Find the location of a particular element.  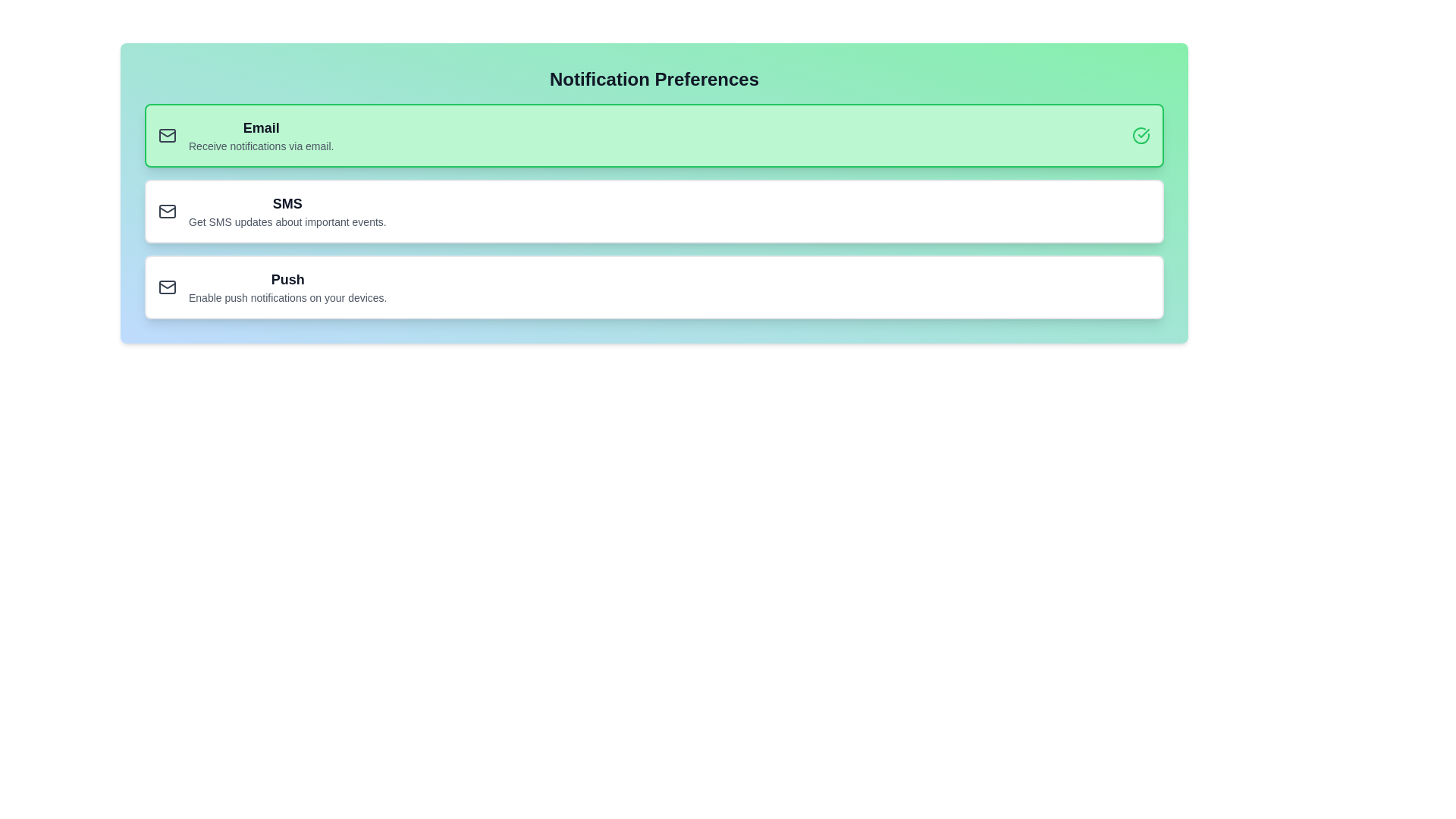

the 'Push' text label, which is styled in bold and dark gray, located at the top of the third notification preference card is located at coordinates (287, 280).